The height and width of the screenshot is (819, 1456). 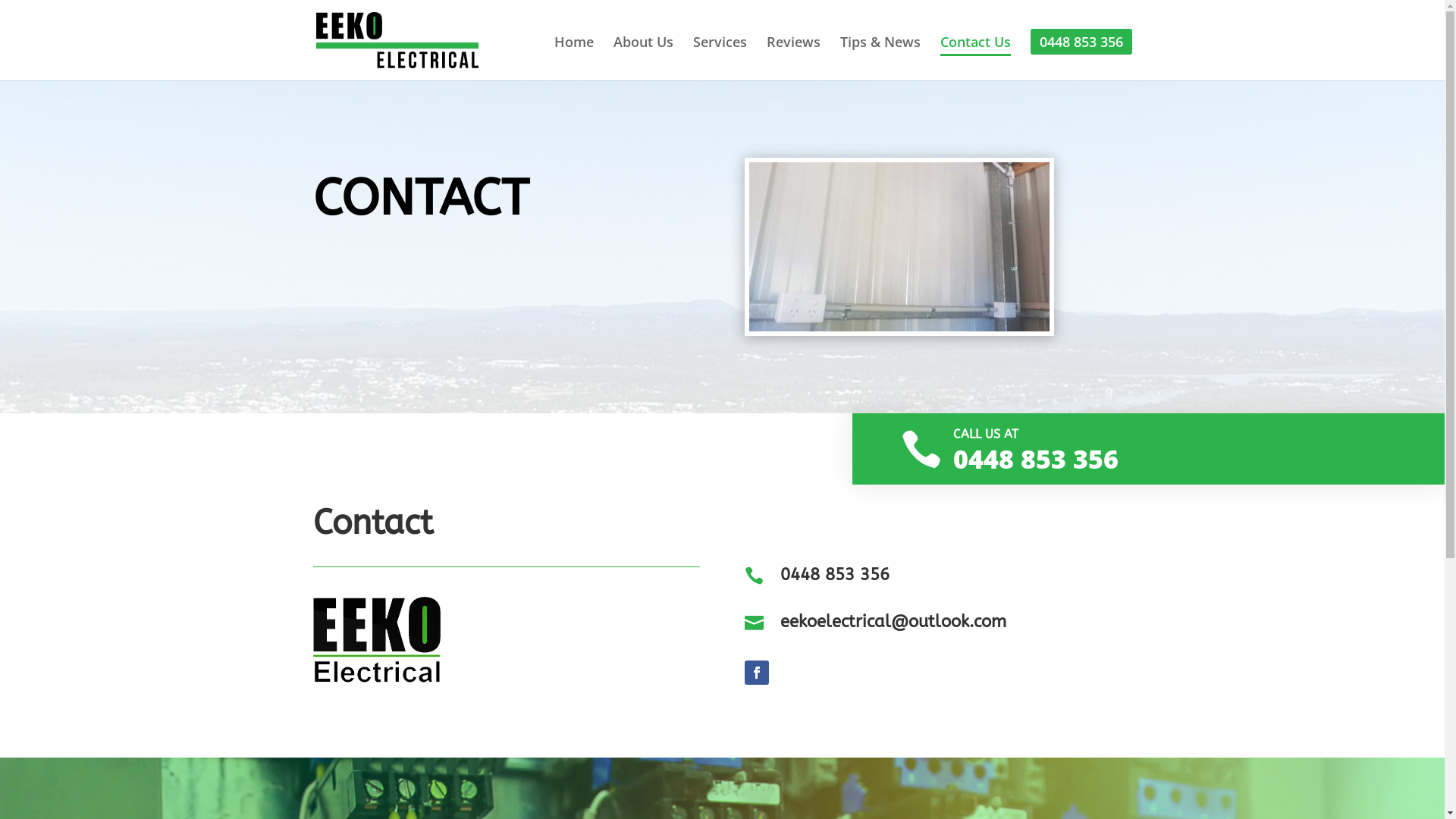 I want to click on 'Reviews', so click(x=792, y=55).